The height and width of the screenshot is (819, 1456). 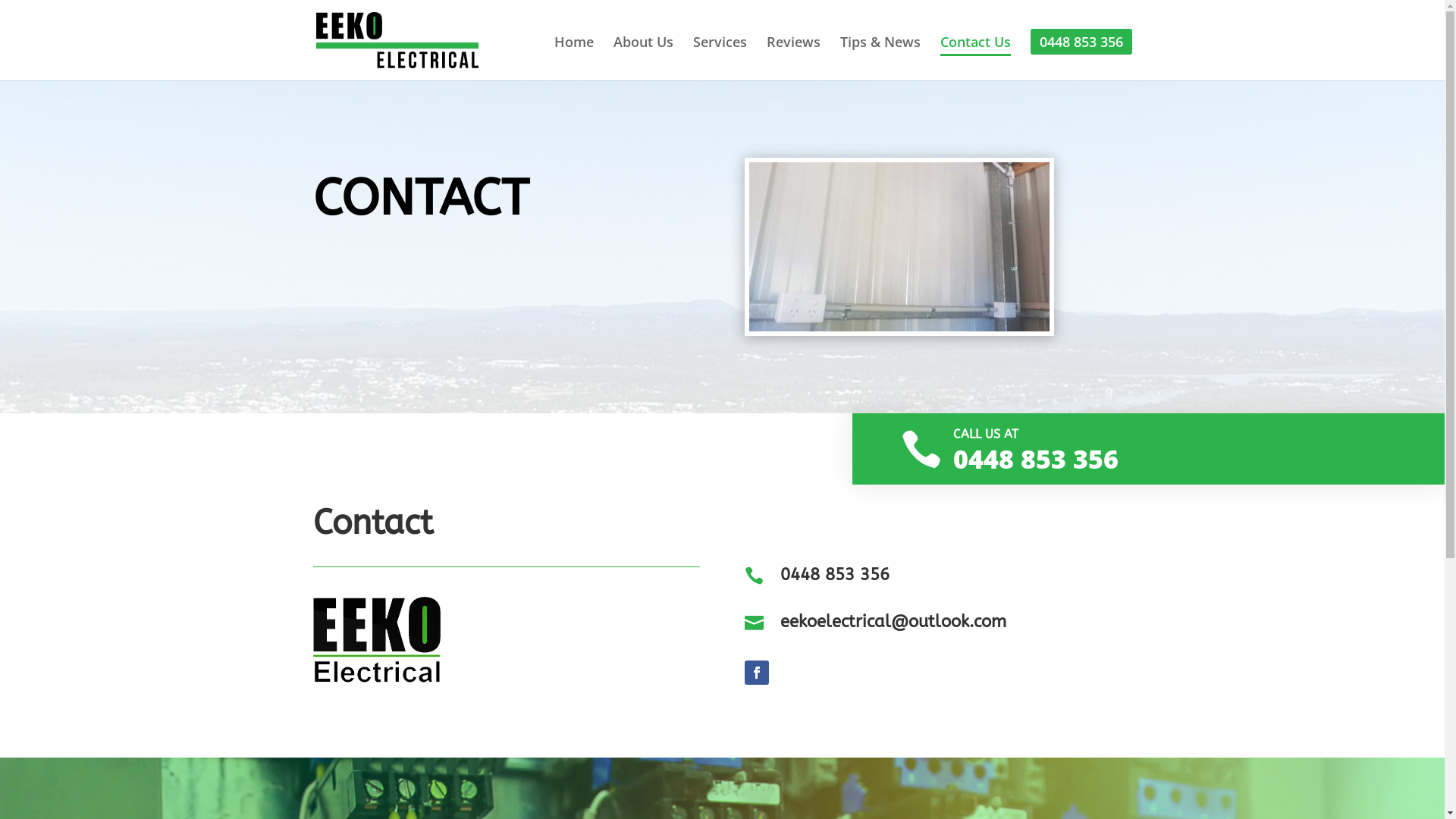 I want to click on 'Reviews', so click(x=792, y=55).